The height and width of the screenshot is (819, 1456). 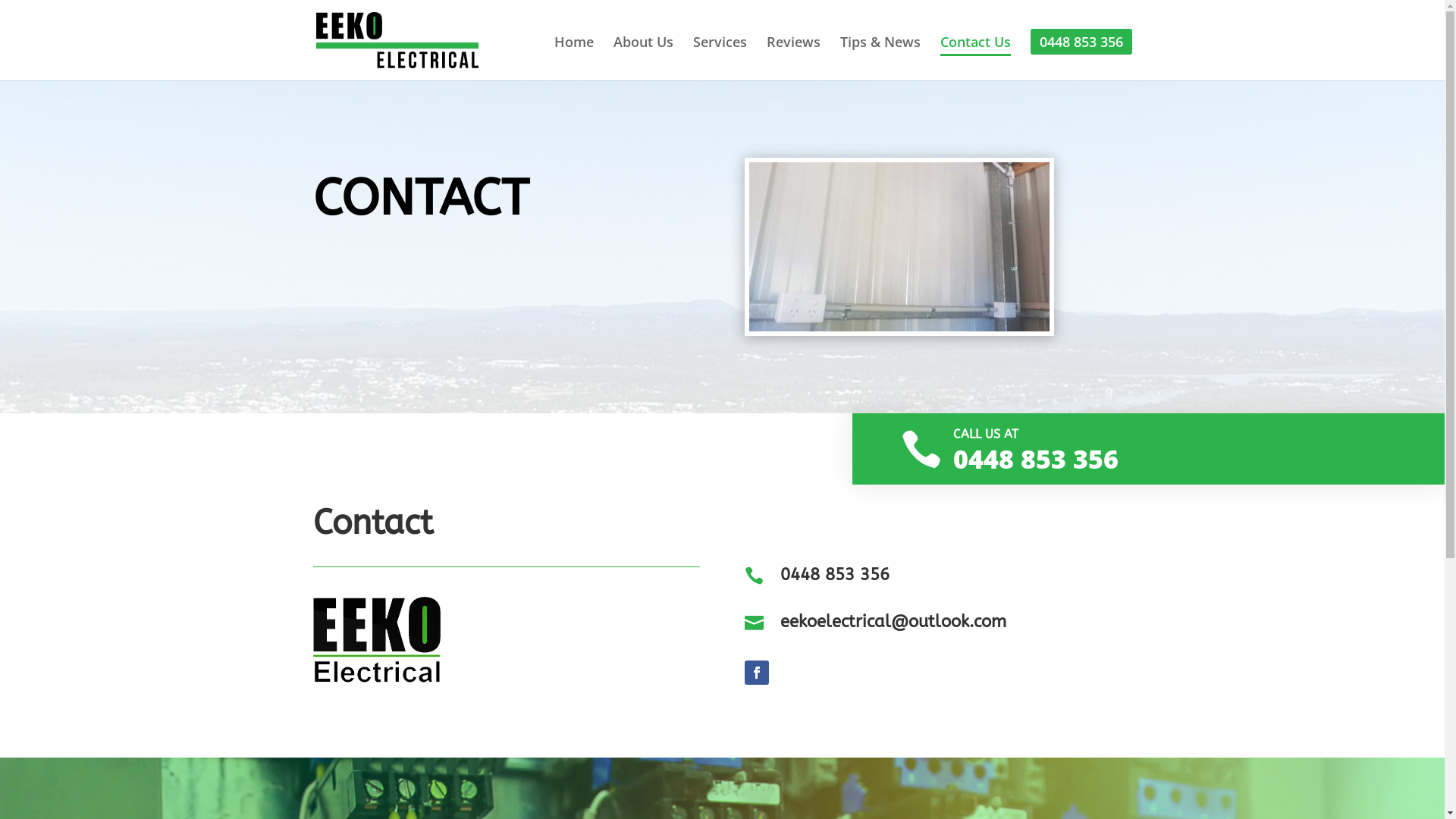 I want to click on 'Reviews', so click(x=792, y=55).